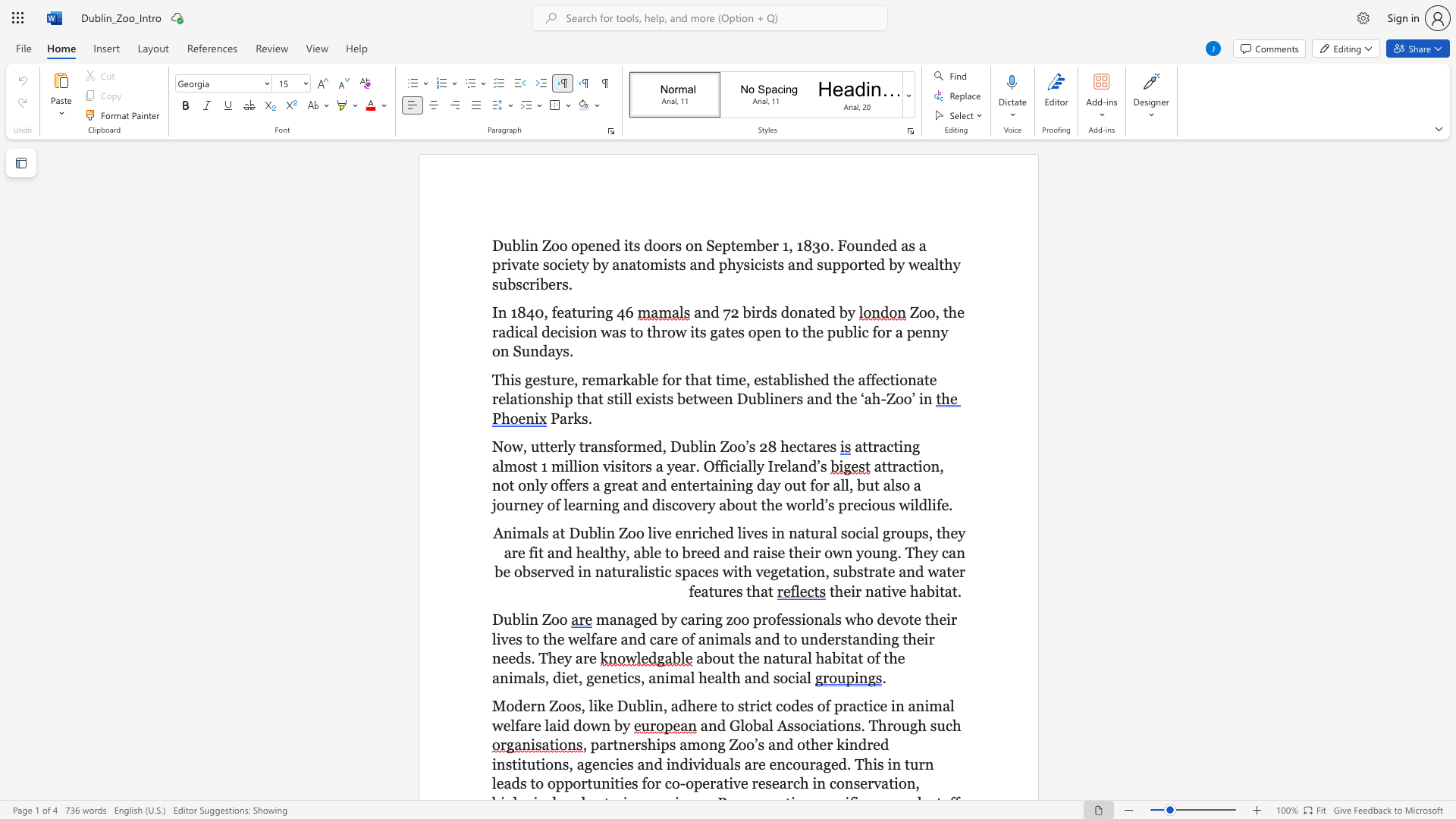 Image resolution: width=1456 pixels, height=819 pixels. Describe the element at coordinates (934, 590) in the screenshot. I see `the subset text "ita" within the text "their native habitat."` at that location.